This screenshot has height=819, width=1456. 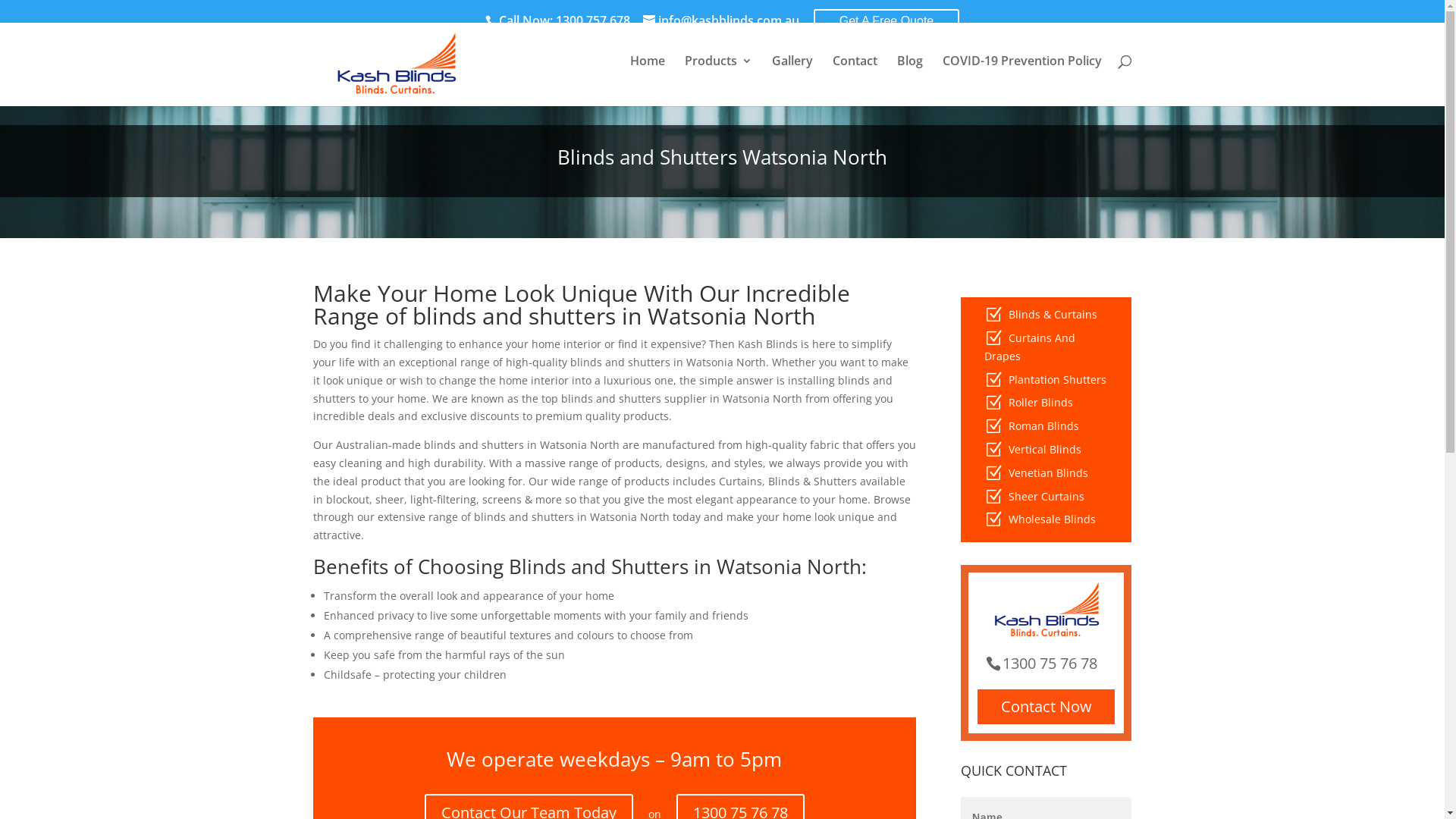 What do you see at coordinates (1052, 313) in the screenshot?
I see `'Blinds & Curtains'` at bounding box center [1052, 313].